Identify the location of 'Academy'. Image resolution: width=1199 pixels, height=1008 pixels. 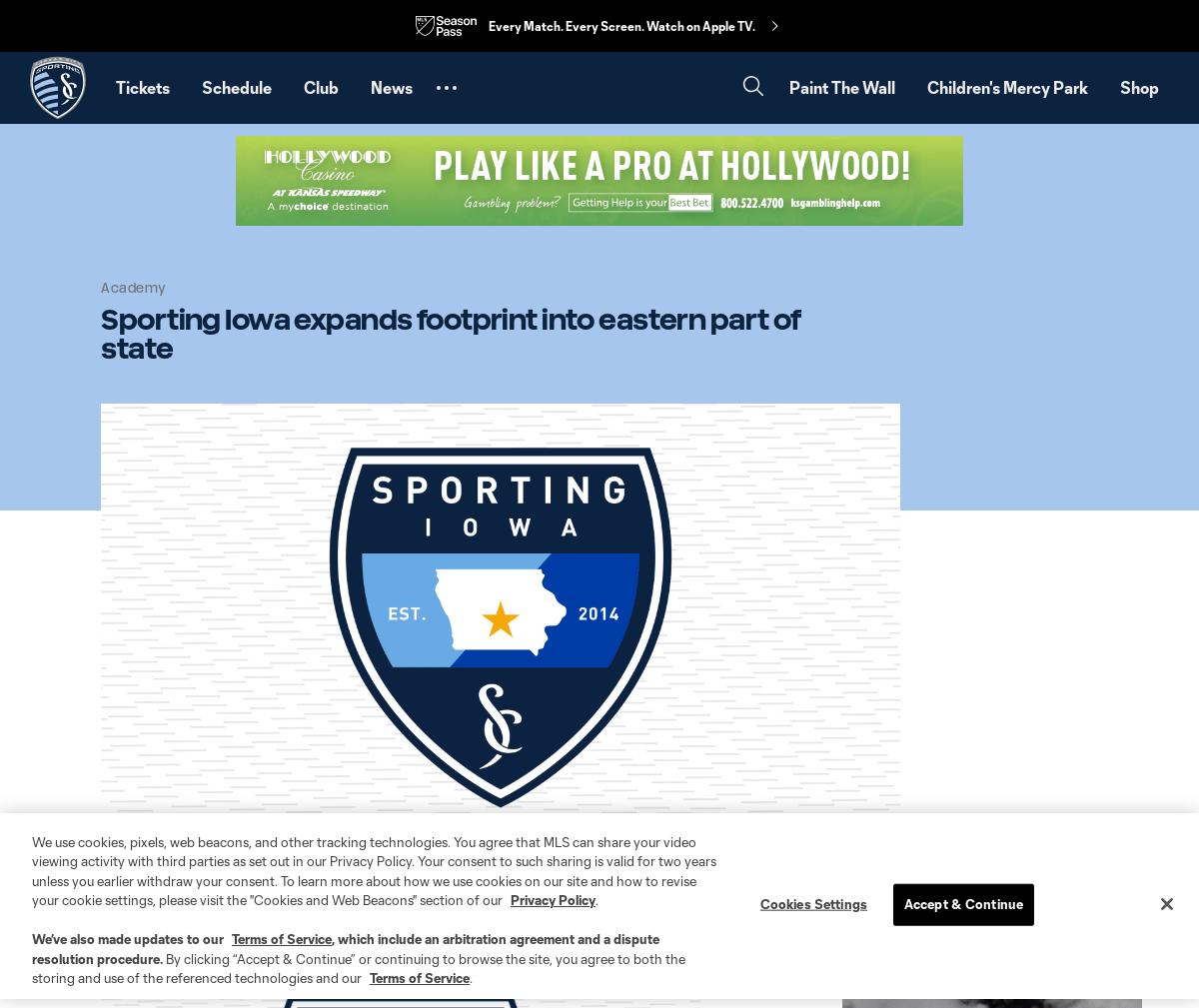
(101, 286).